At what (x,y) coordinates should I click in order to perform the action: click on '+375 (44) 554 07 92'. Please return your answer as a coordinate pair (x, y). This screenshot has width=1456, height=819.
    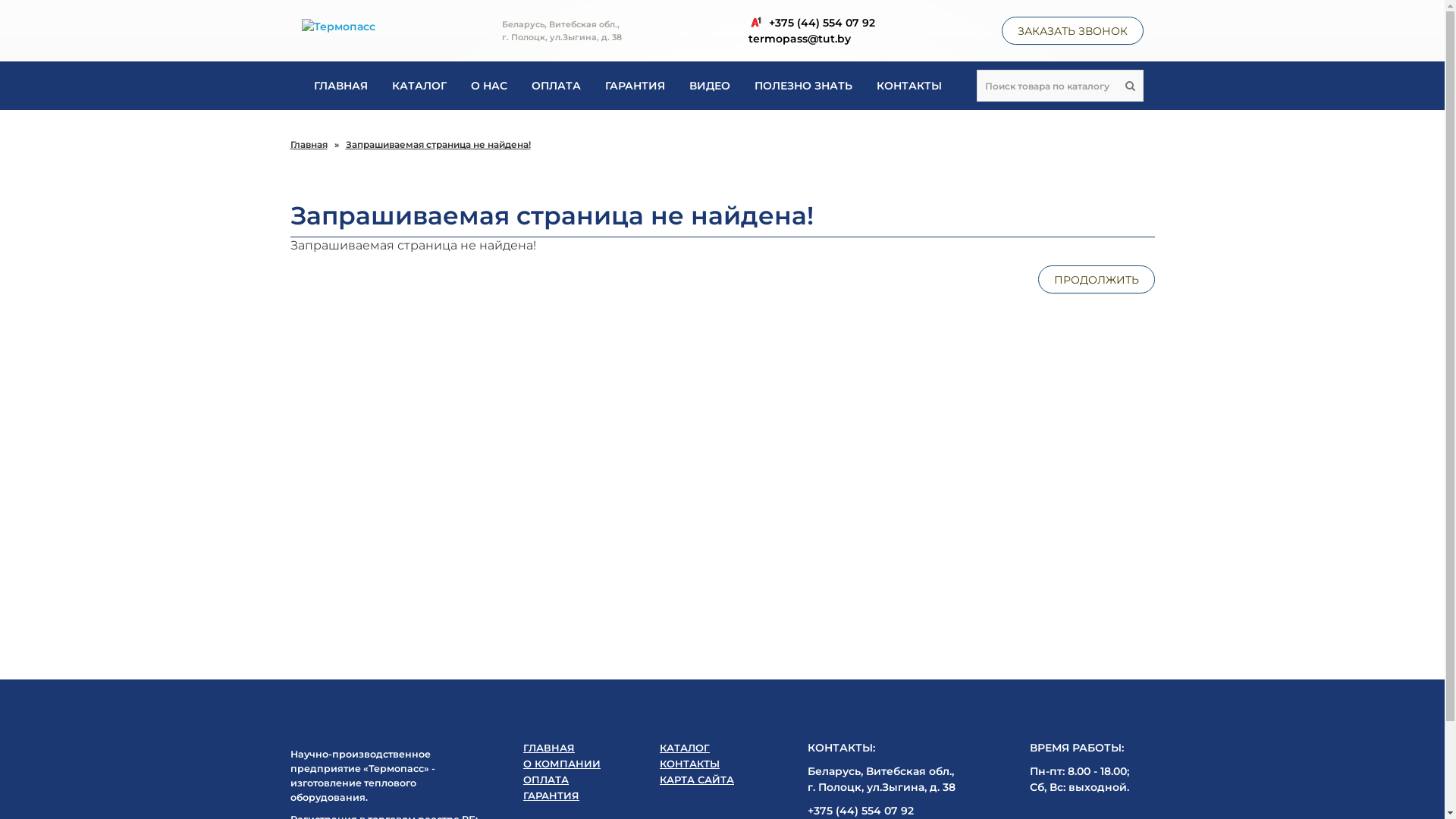
    Looking at the image, I should click on (810, 23).